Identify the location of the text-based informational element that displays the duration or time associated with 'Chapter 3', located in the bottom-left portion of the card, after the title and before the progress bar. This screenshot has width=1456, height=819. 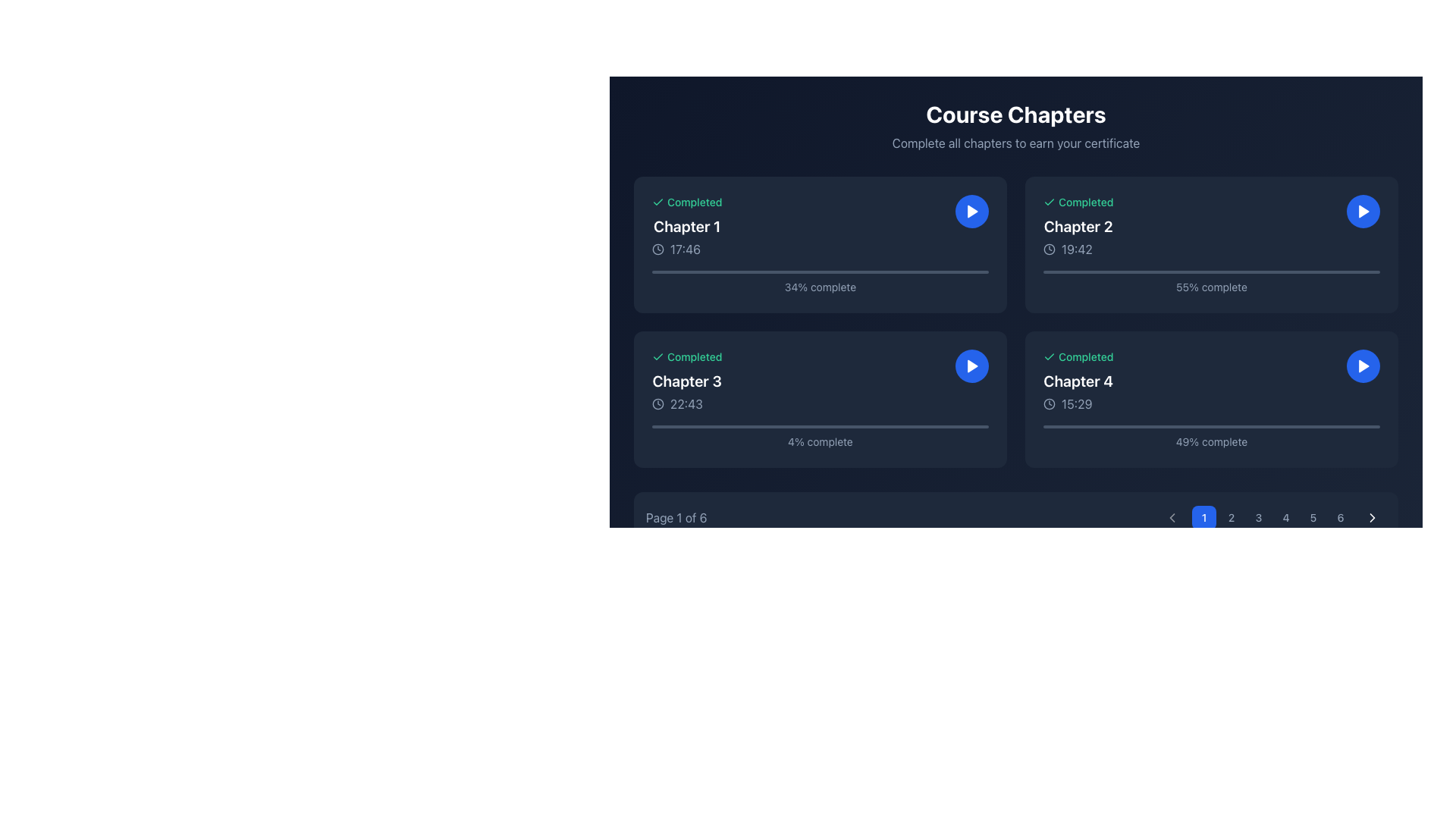
(686, 403).